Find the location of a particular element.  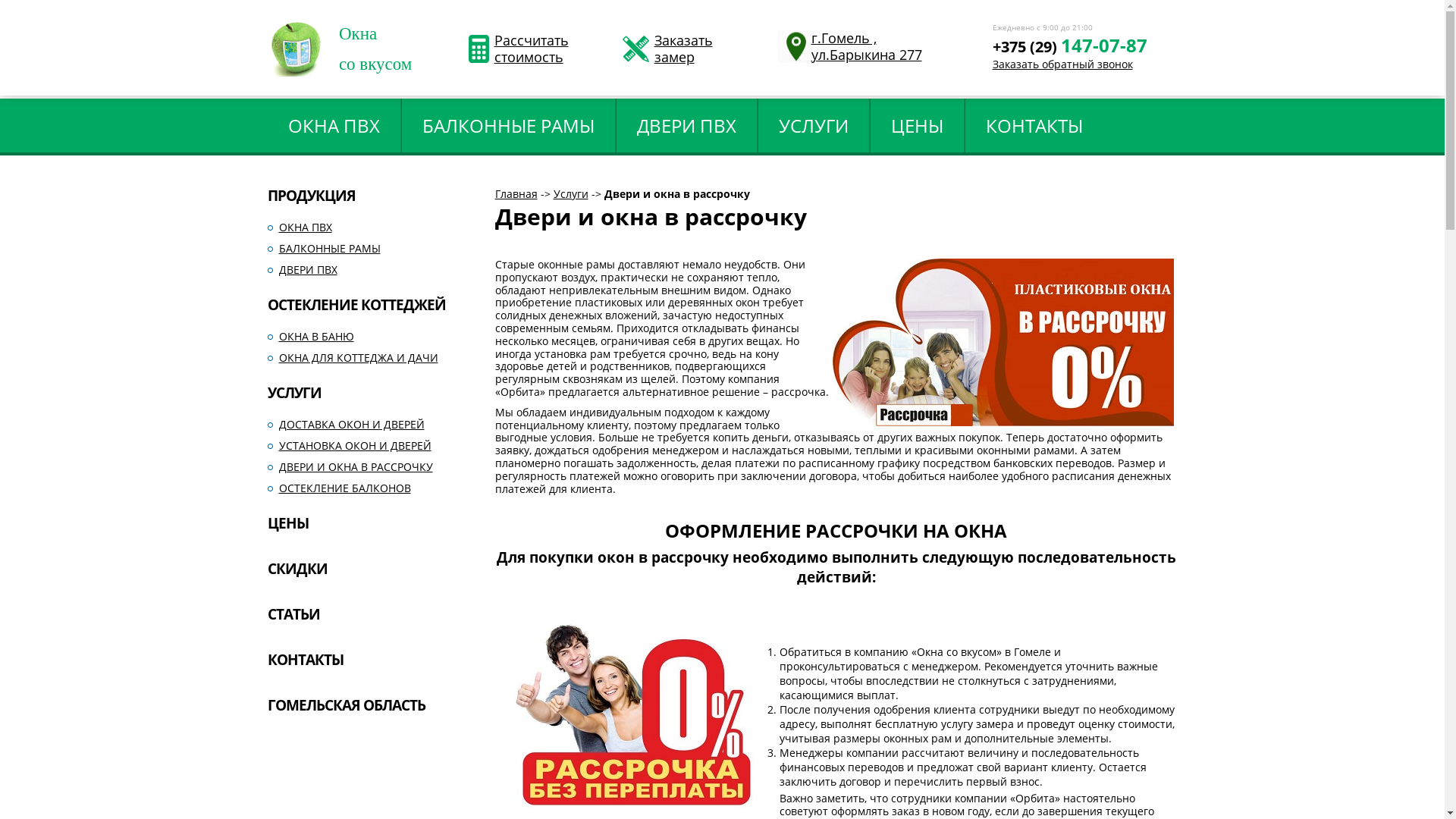

'+375 (29) 147-07-87' is located at coordinates (1068, 58).